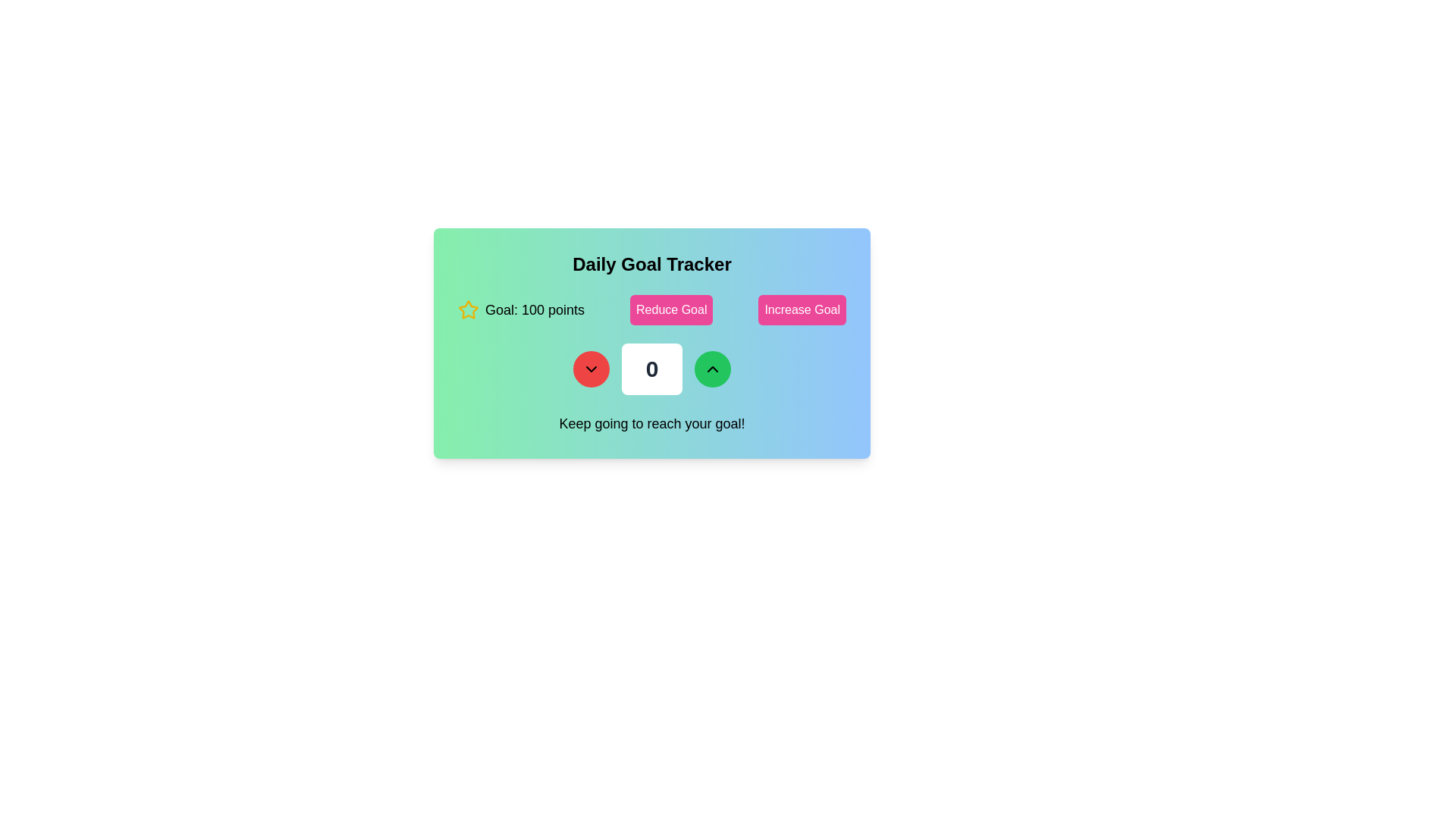 The image size is (1456, 819). Describe the element at coordinates (651, 343) in the screenshot. I see `the numeric display of the goal tracker dashboard to update the value` at that location.